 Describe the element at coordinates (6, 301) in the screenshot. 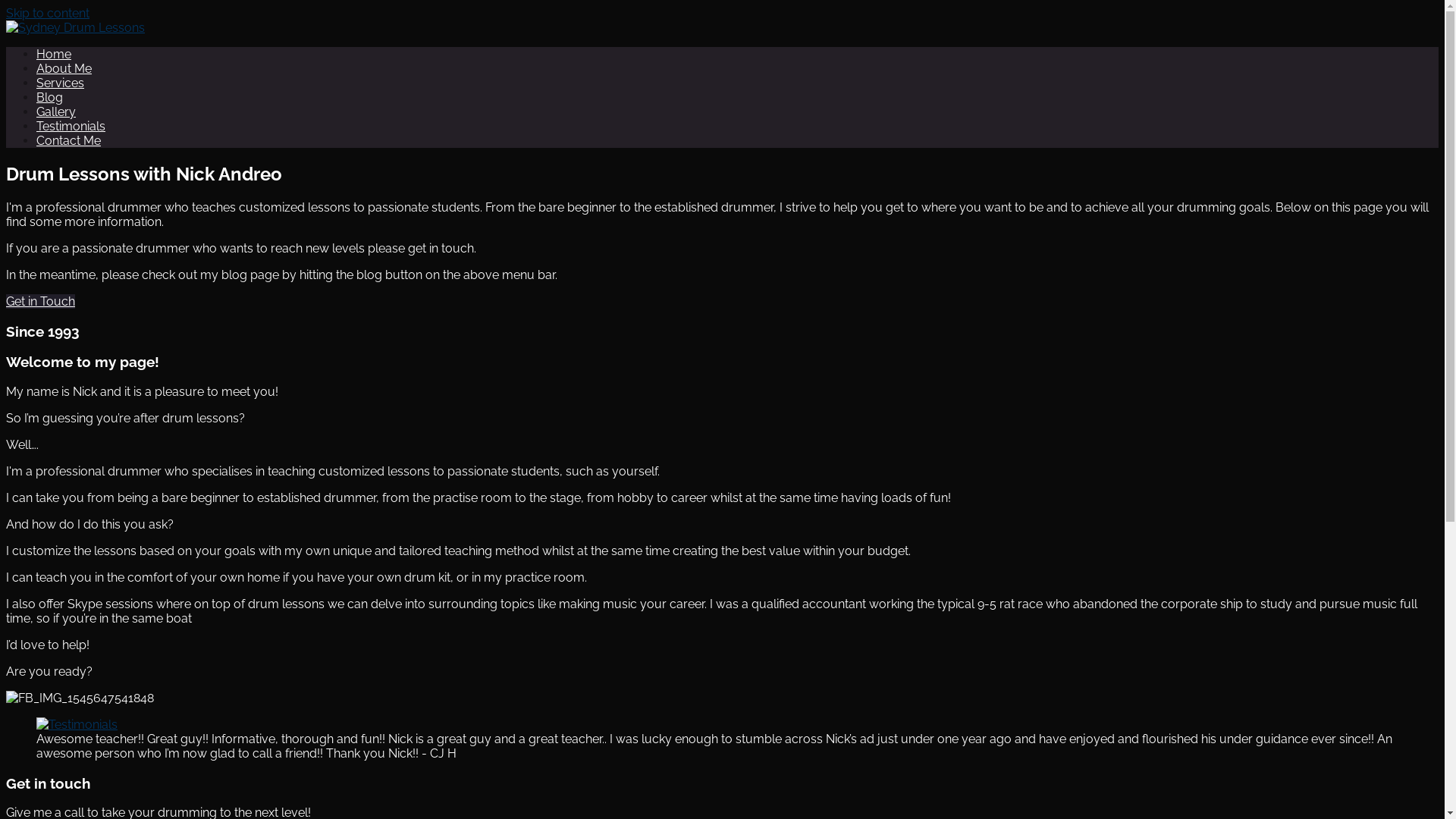

I see `'Get in Touch'` at that location.